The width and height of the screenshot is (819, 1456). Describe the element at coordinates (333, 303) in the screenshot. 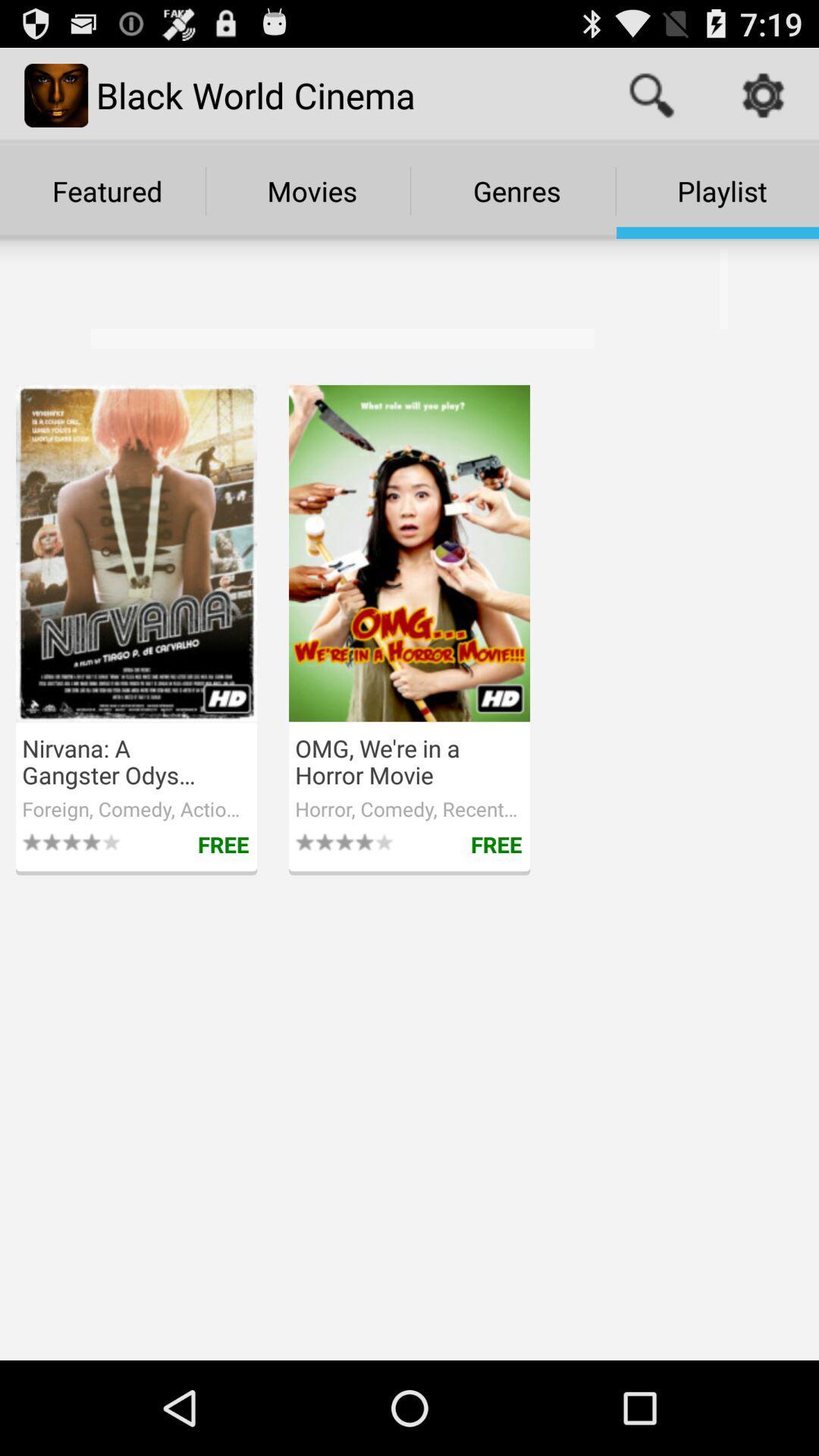

I see `the app below the featured icon` at that location.